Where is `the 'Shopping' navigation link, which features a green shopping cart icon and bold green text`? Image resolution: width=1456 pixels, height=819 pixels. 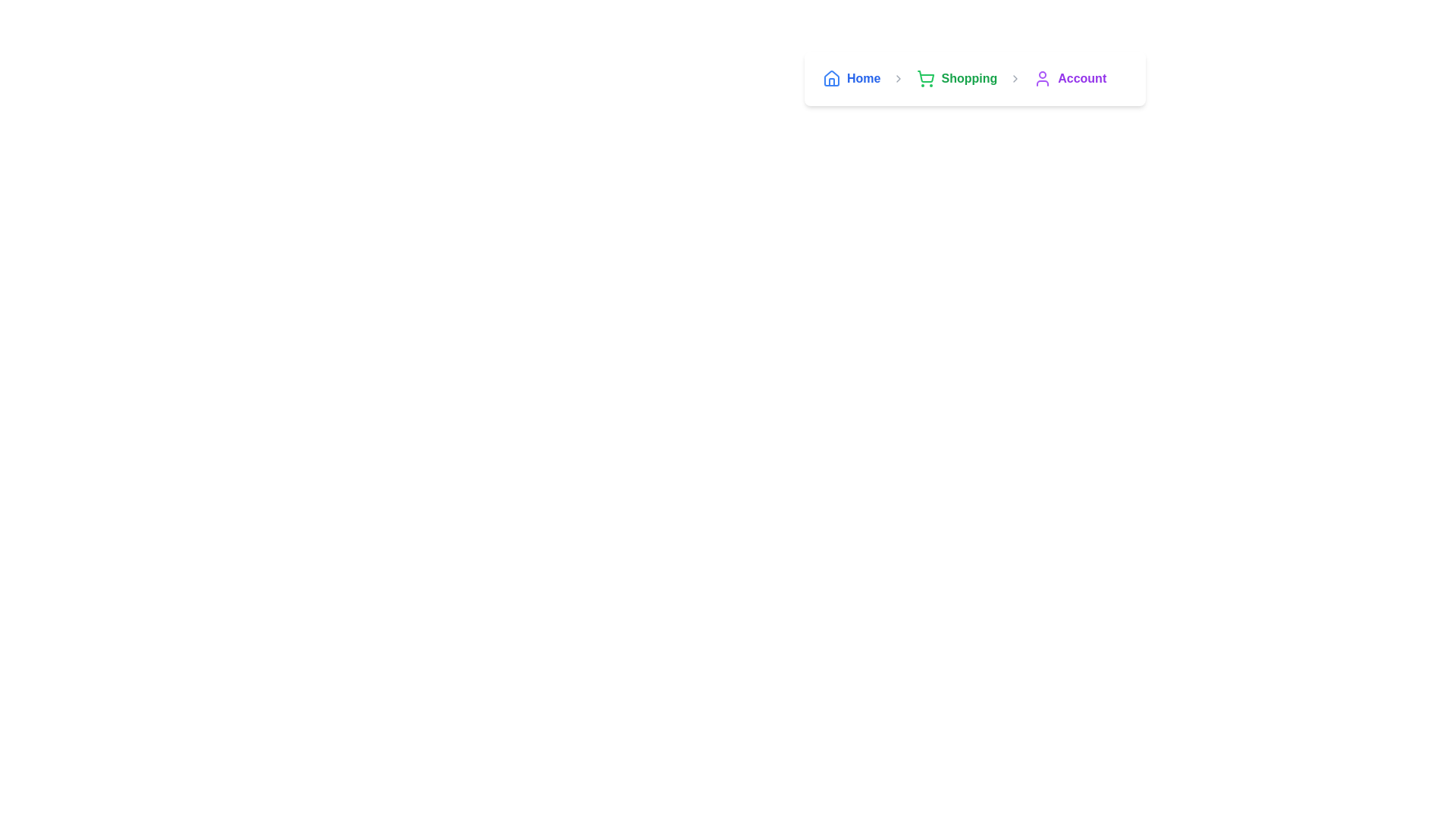 the 'Shopping' navigation link, which features a green shopping cart icon and bold green text is located at coordinates (956, 79).